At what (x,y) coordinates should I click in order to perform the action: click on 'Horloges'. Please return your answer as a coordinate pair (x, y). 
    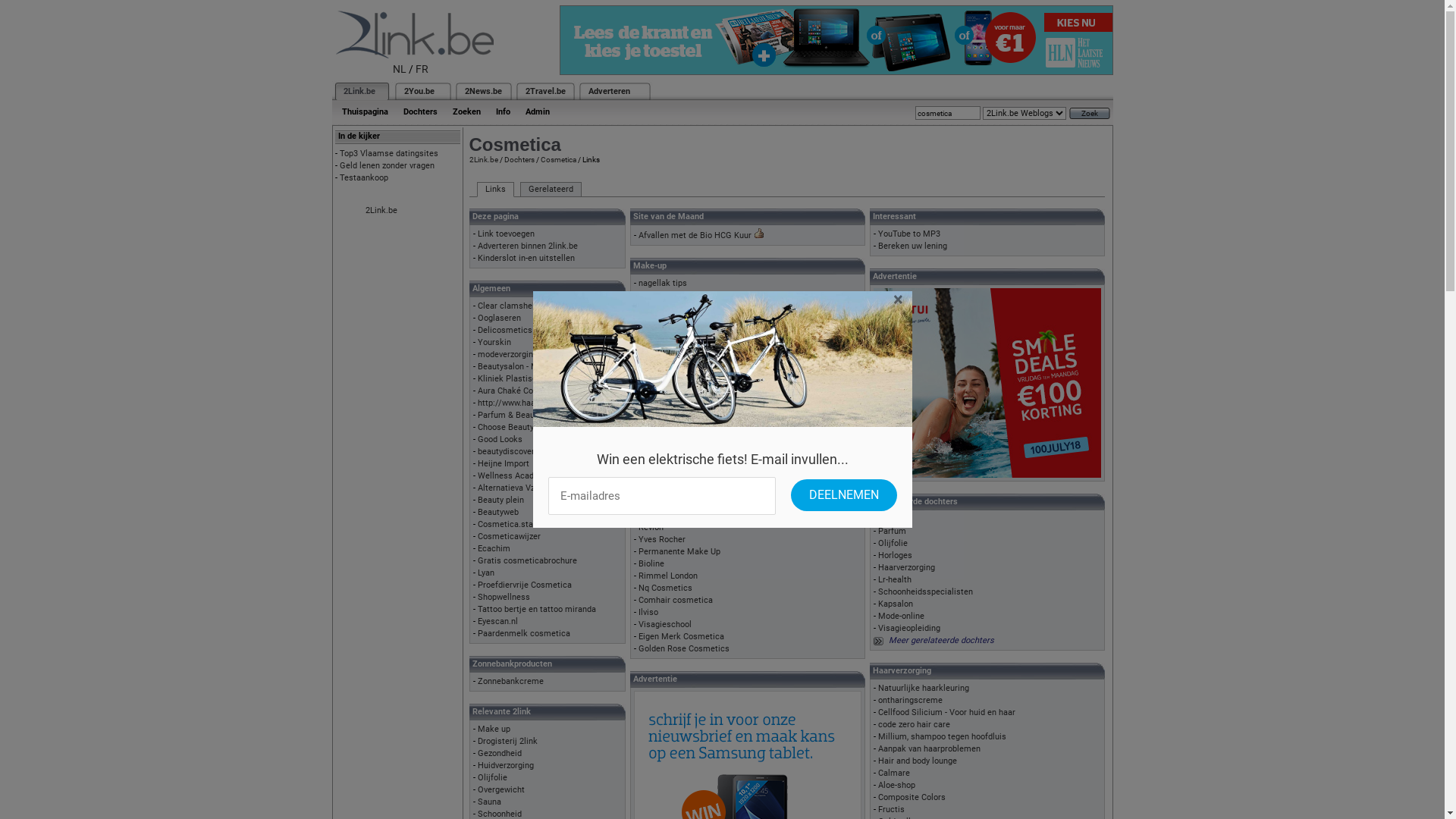
    Looking at the image, I should click on (895, 555).